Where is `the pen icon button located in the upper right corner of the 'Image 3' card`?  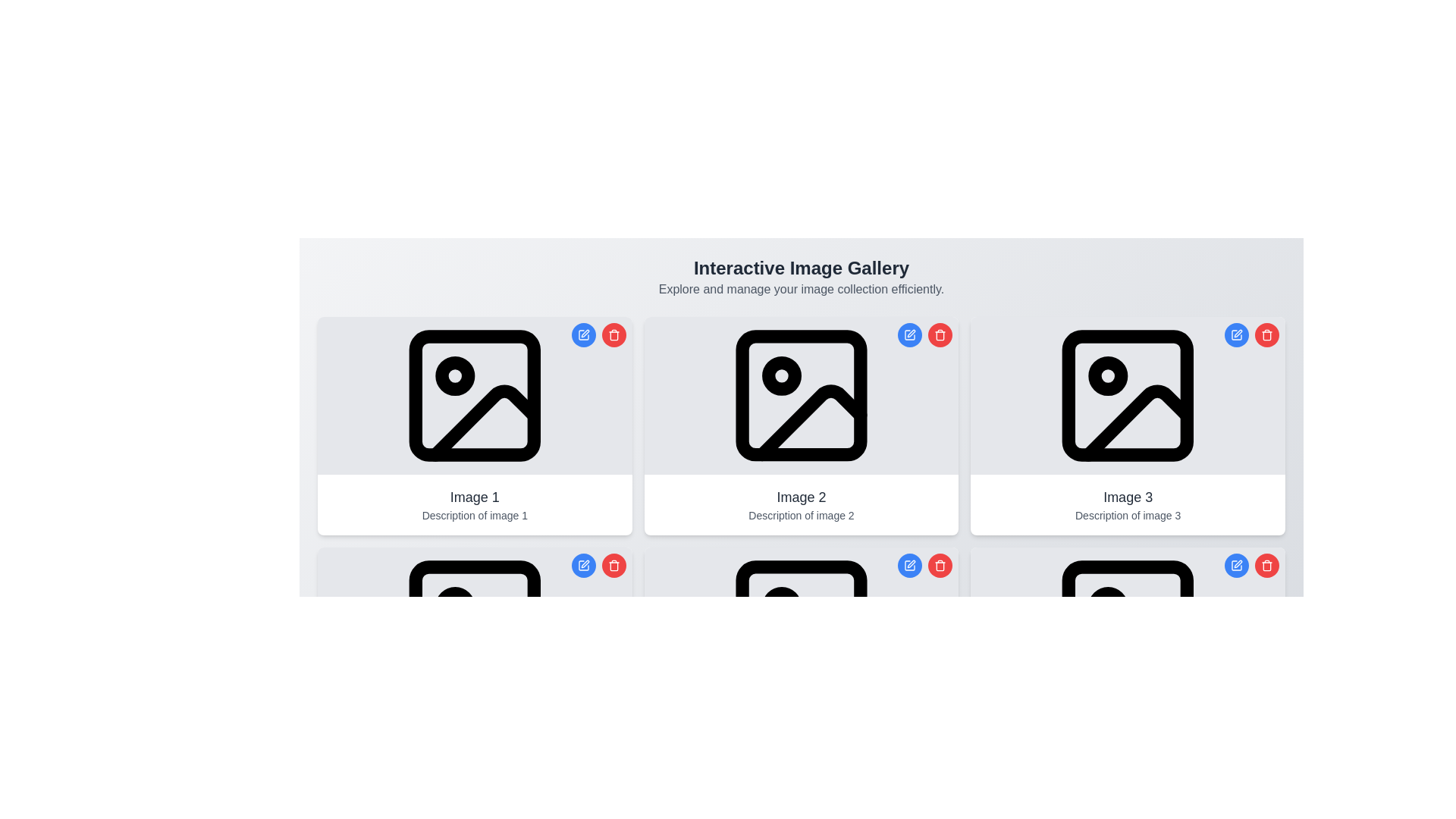 the pen icon button located in the upper right corner of the 'Image 3' card is located at coordinates (1237, 334).